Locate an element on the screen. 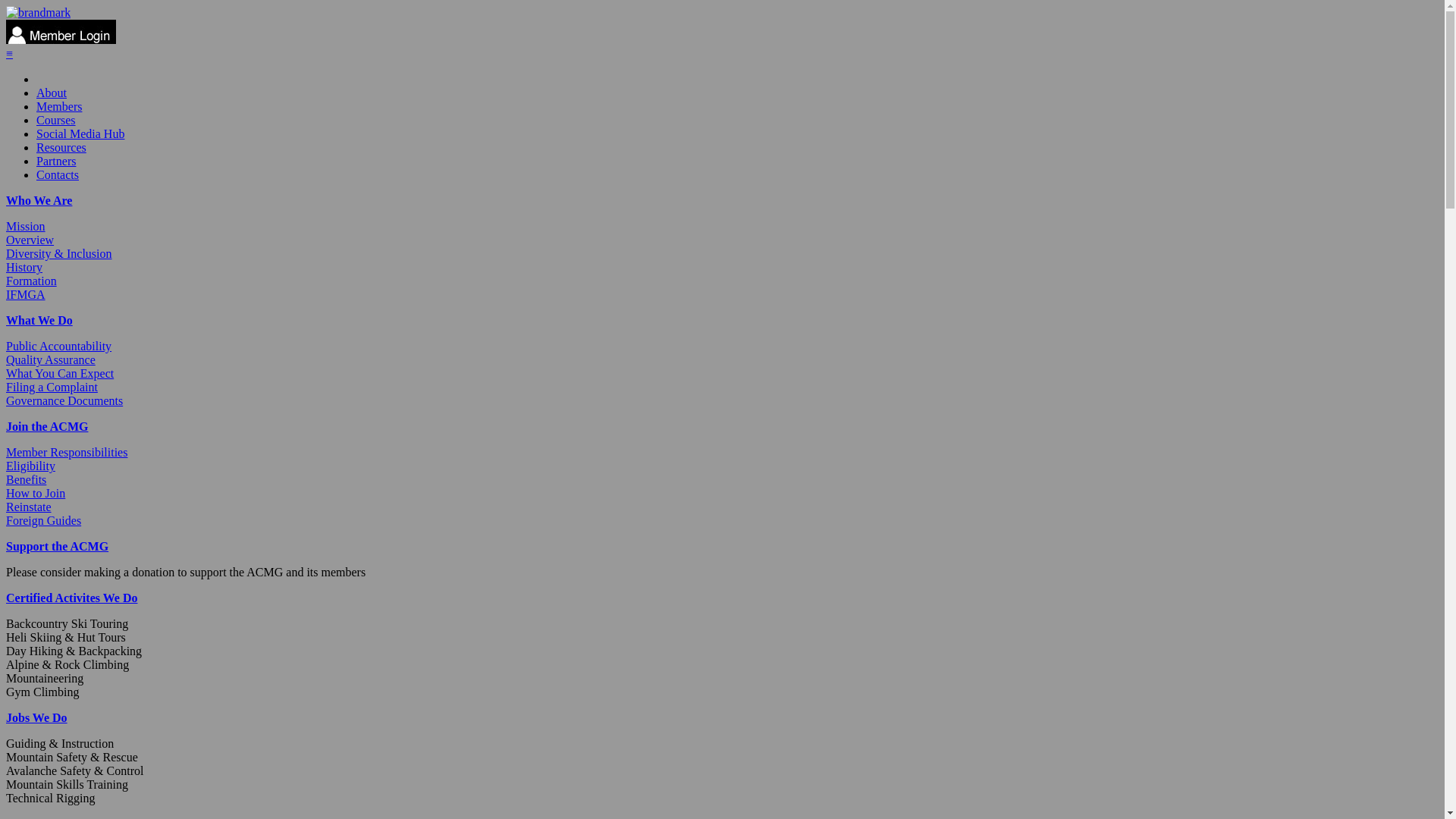  'Courses' is located at coordinates (55, 119).